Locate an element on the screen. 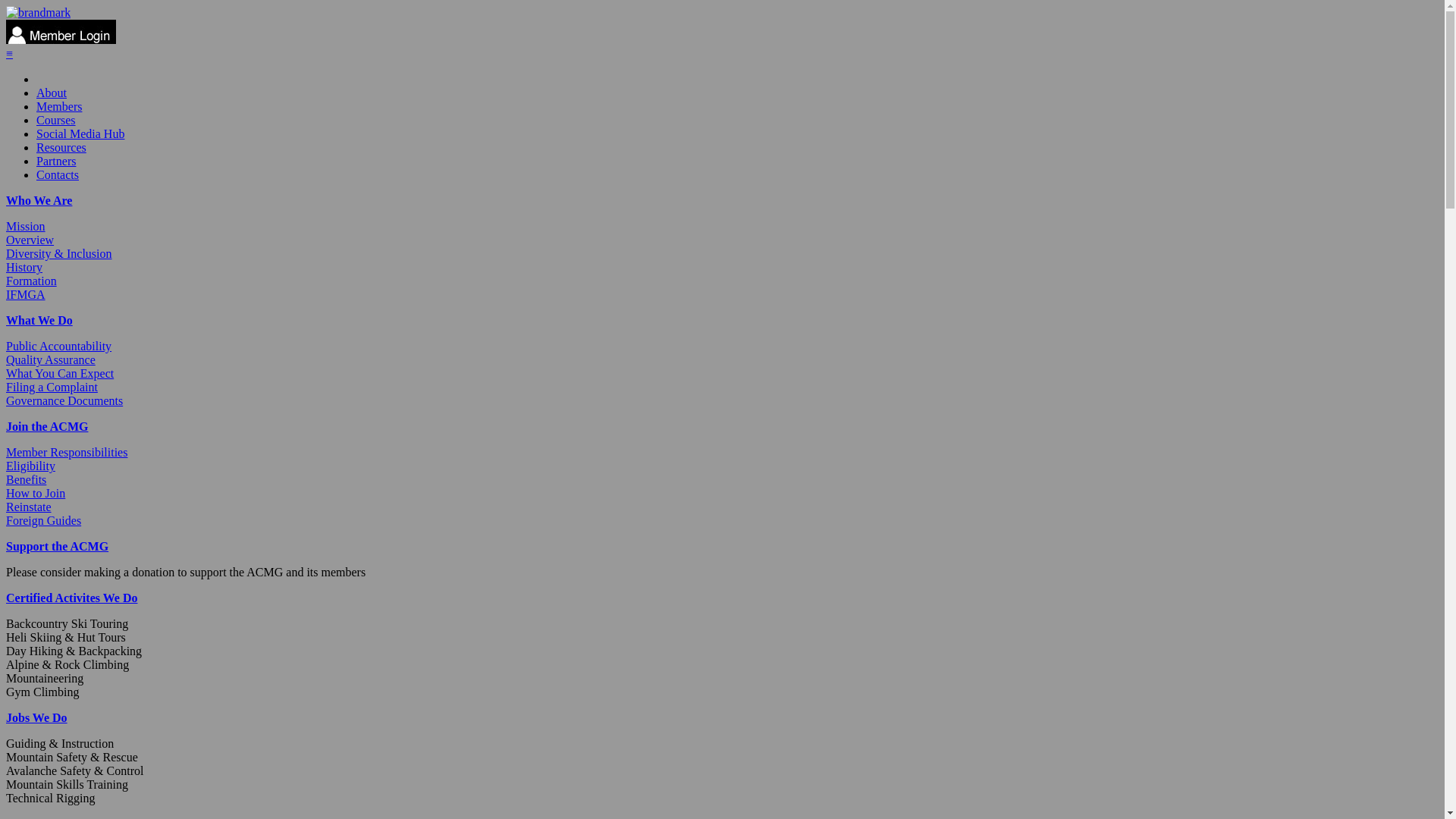  'Courses' is located at coordinates (55, 119).